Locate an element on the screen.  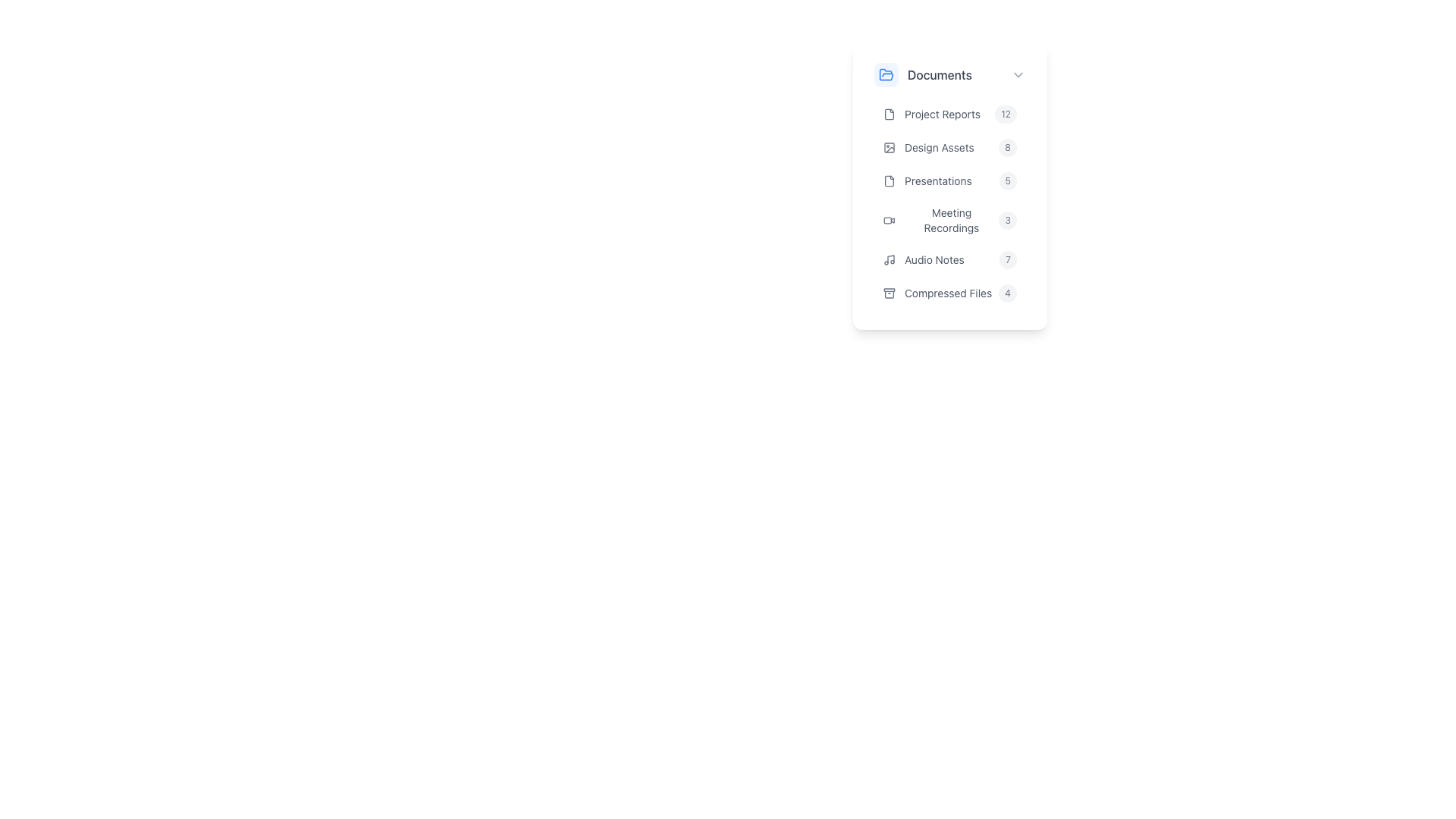
the third menu item labeled 'Presentations' in the 'Documents' section is located at coordinates (949, 180).